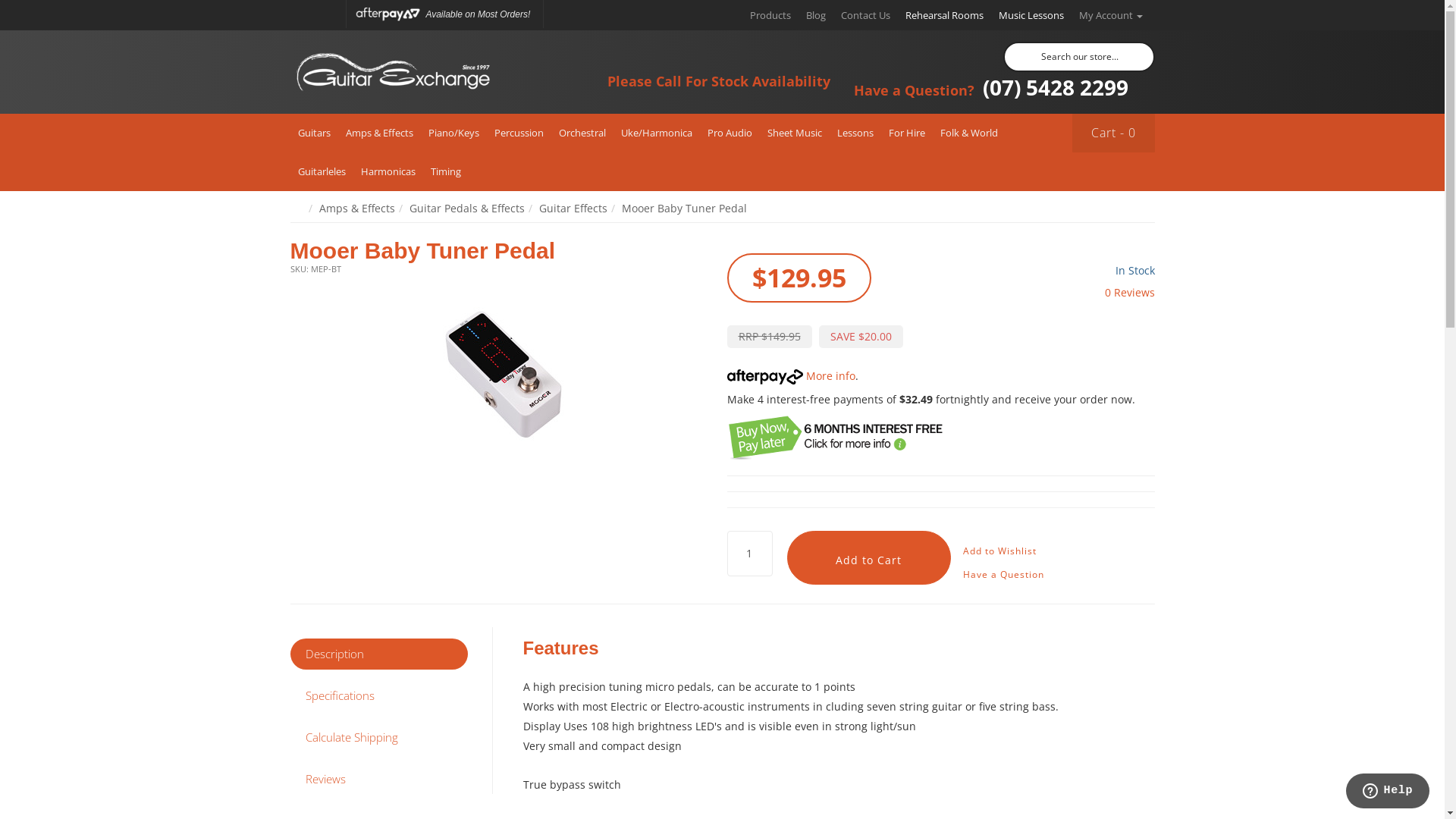 The height and width of the screenshot is (819, 1456). What do you see at coordinates (452, 132) in the screenshot?
I see `'Piano/Keys'` at bounding box center [452, 132].